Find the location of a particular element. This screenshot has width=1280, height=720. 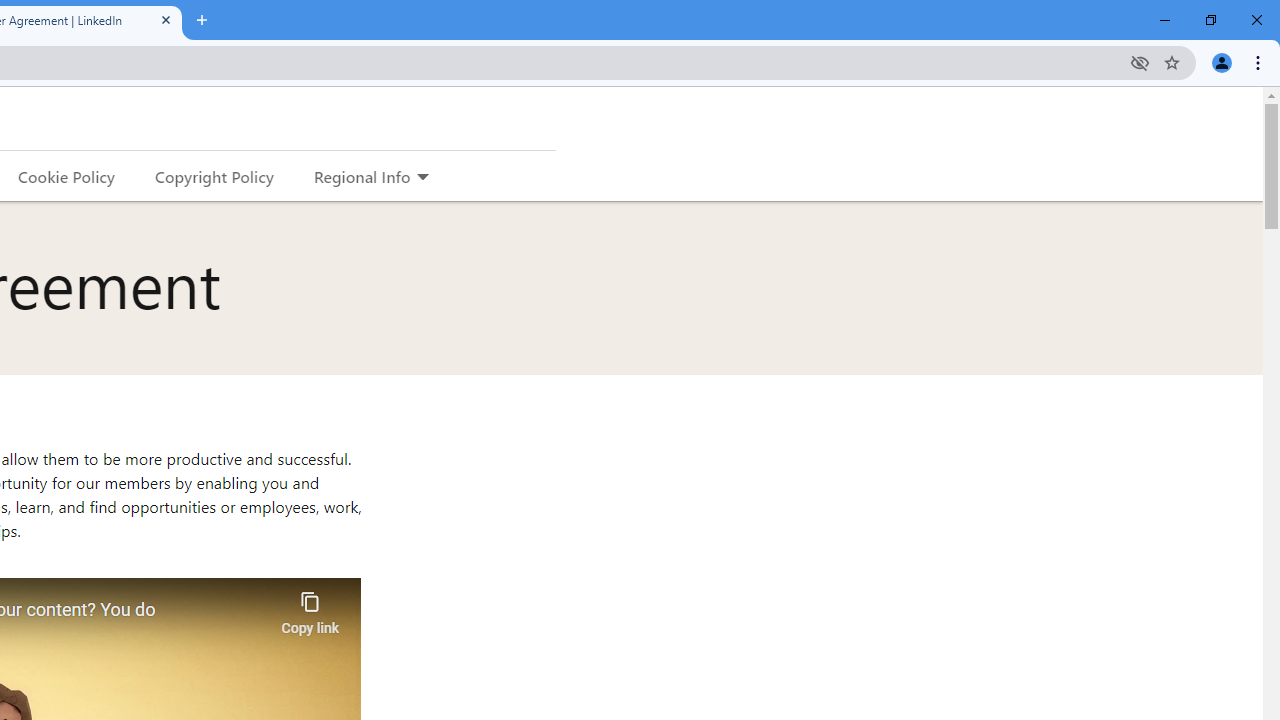

'Expand to show more links for Regional Info' is located at coordinates (421, 177).